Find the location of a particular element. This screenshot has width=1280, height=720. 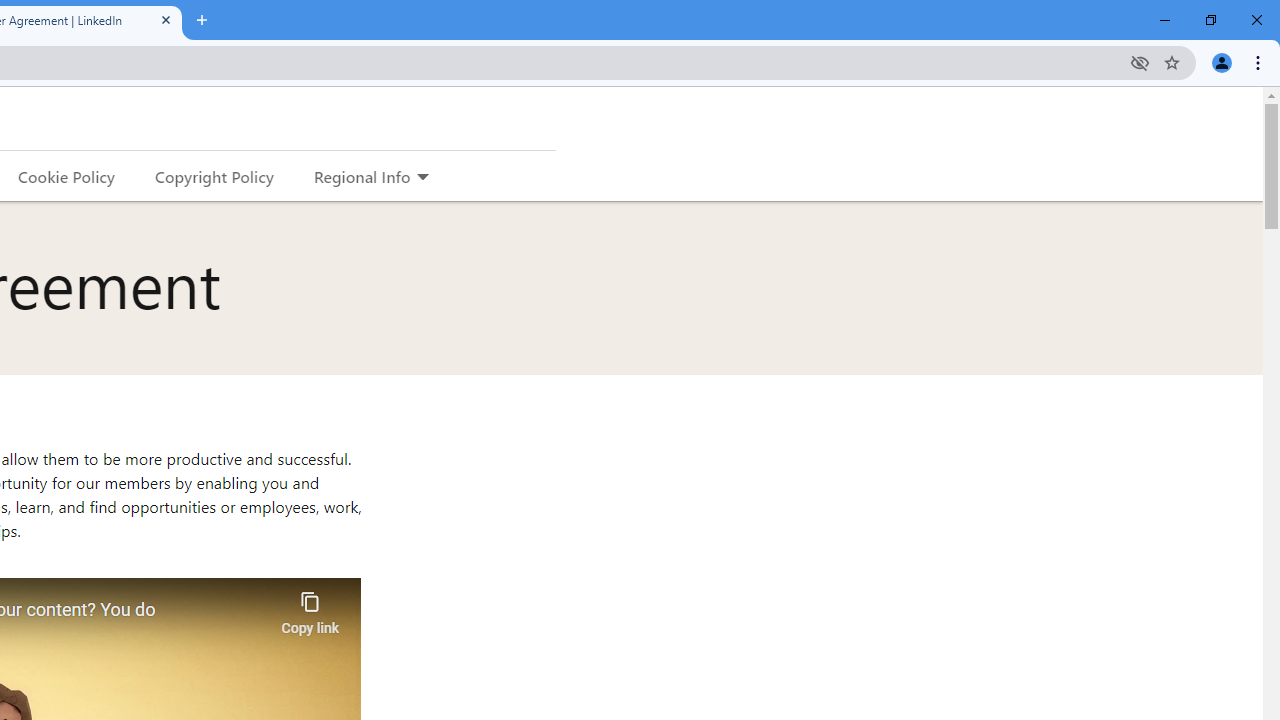

'Expand to show more links for Regional Info' is located at coordinates (421, 177).